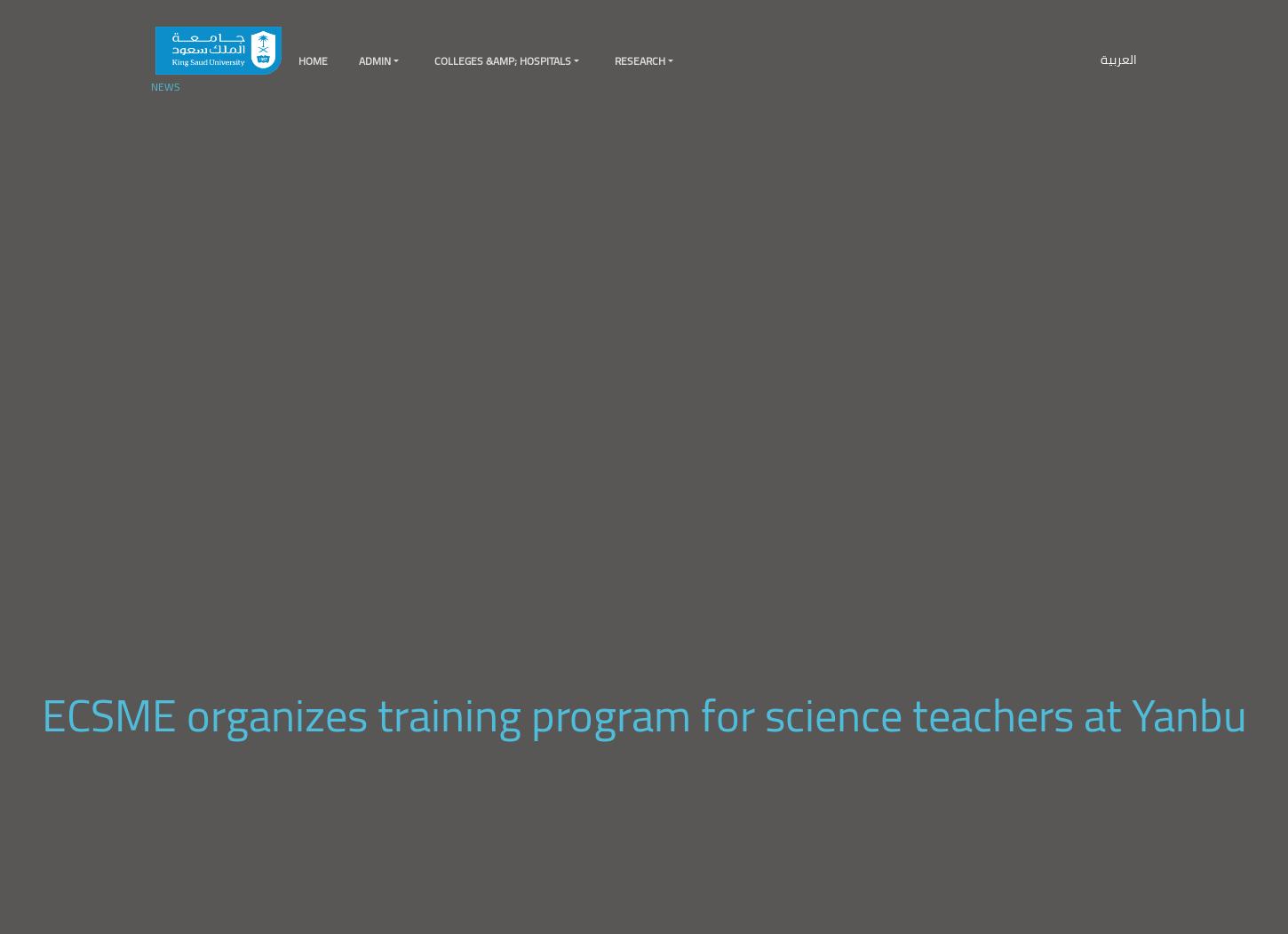  What do you see at coordinates (526, 109) in the screenshot?
I see `'data management office'` at bounding box center [526, 109].